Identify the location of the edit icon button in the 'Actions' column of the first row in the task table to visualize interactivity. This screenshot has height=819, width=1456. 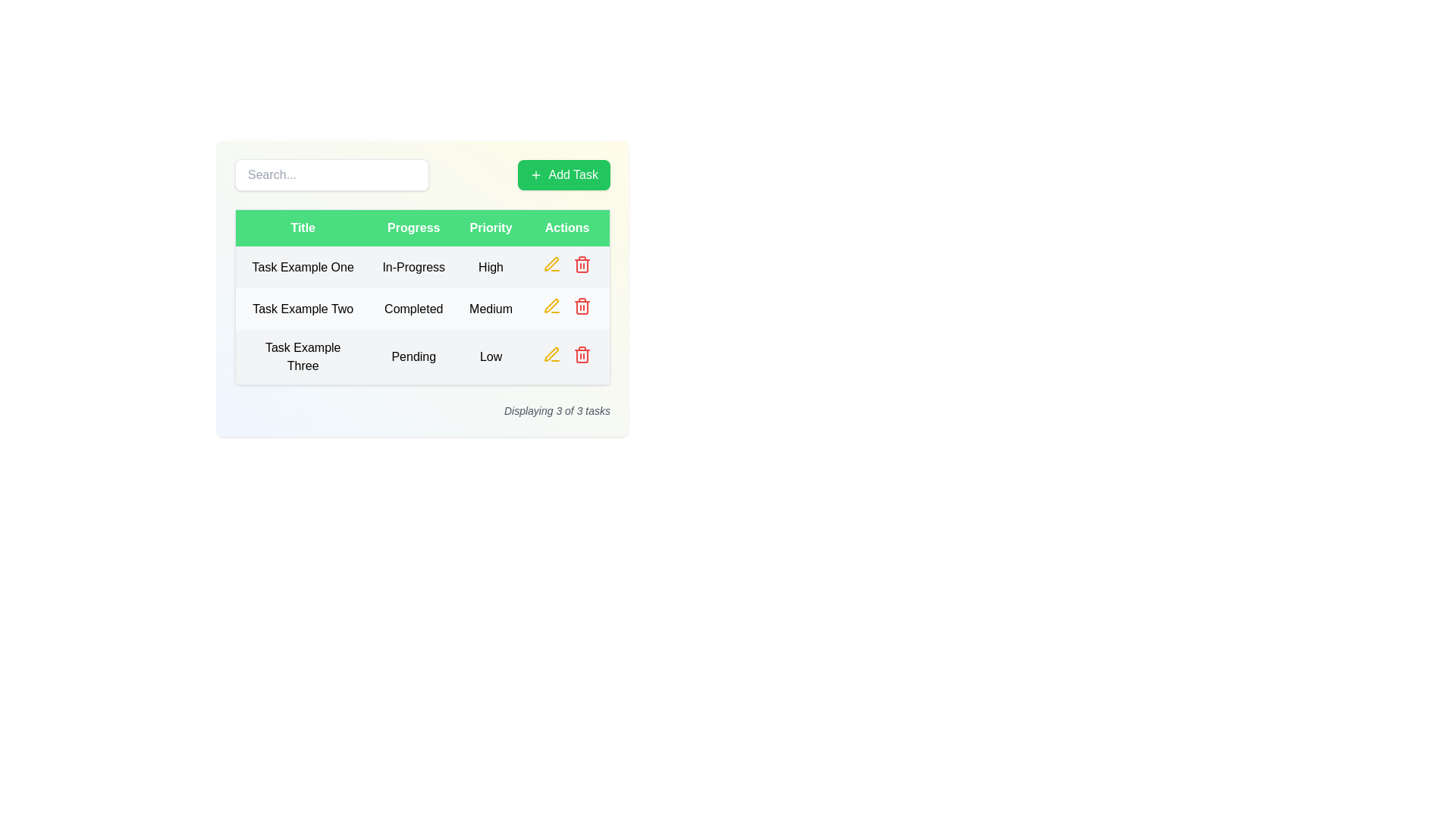
(551, 263).